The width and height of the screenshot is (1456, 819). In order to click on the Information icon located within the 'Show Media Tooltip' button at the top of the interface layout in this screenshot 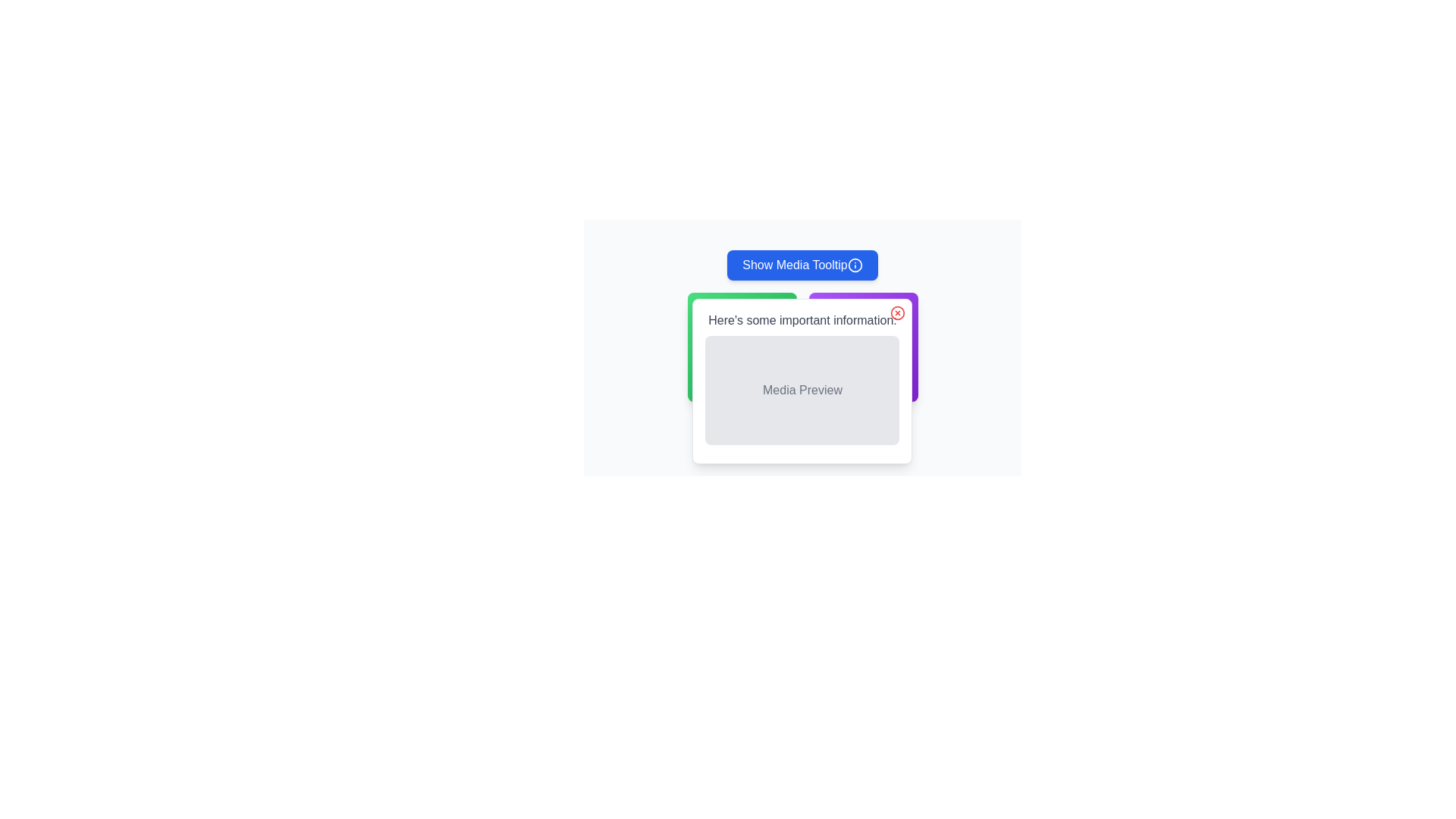, I will do `click(855, 265)`.